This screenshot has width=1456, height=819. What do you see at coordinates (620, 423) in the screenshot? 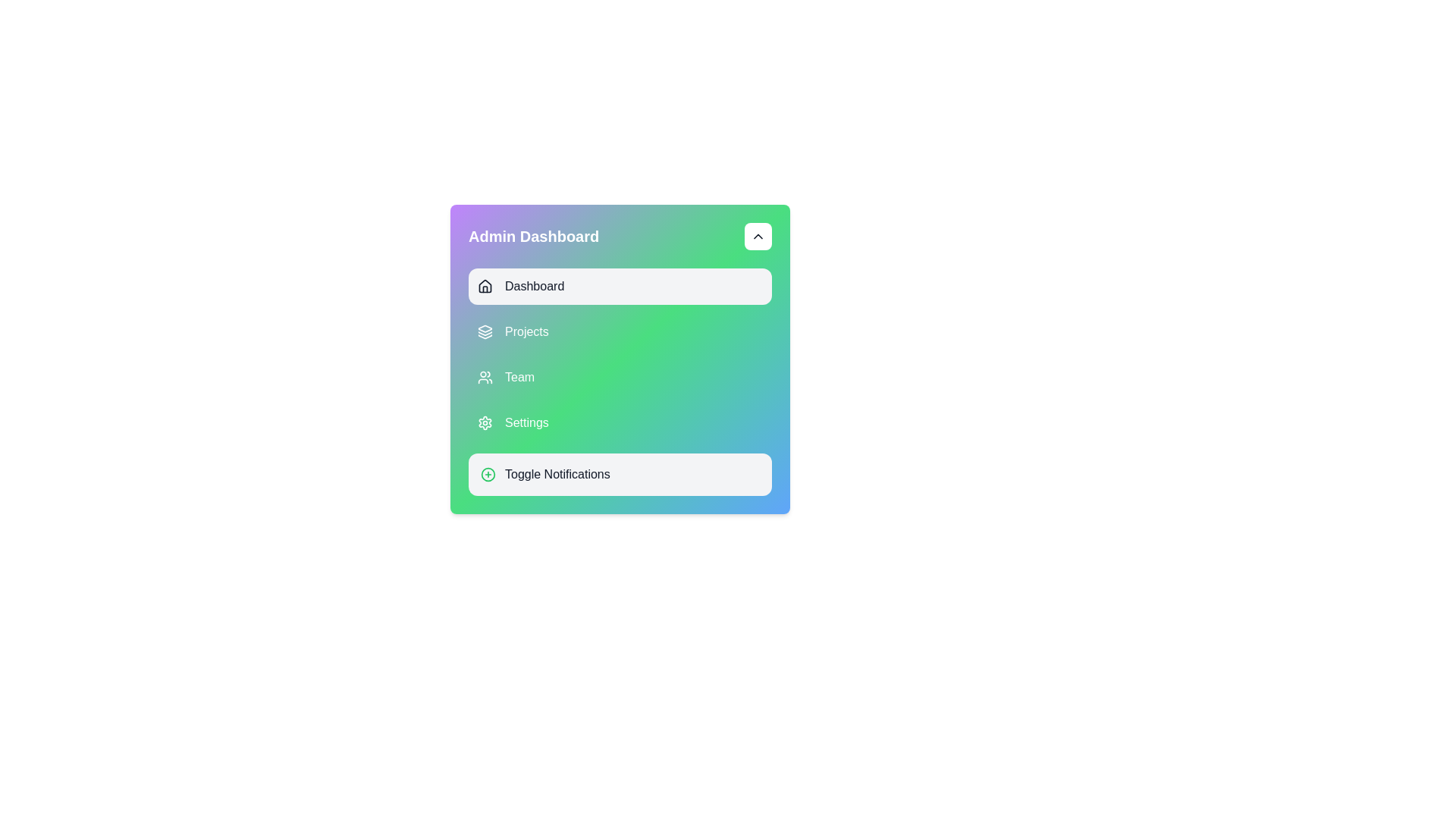
I see `the 'Settings' button located in the sidebar menu, which is the fourth line item in the vertical list` at bounding box center [620, 423].